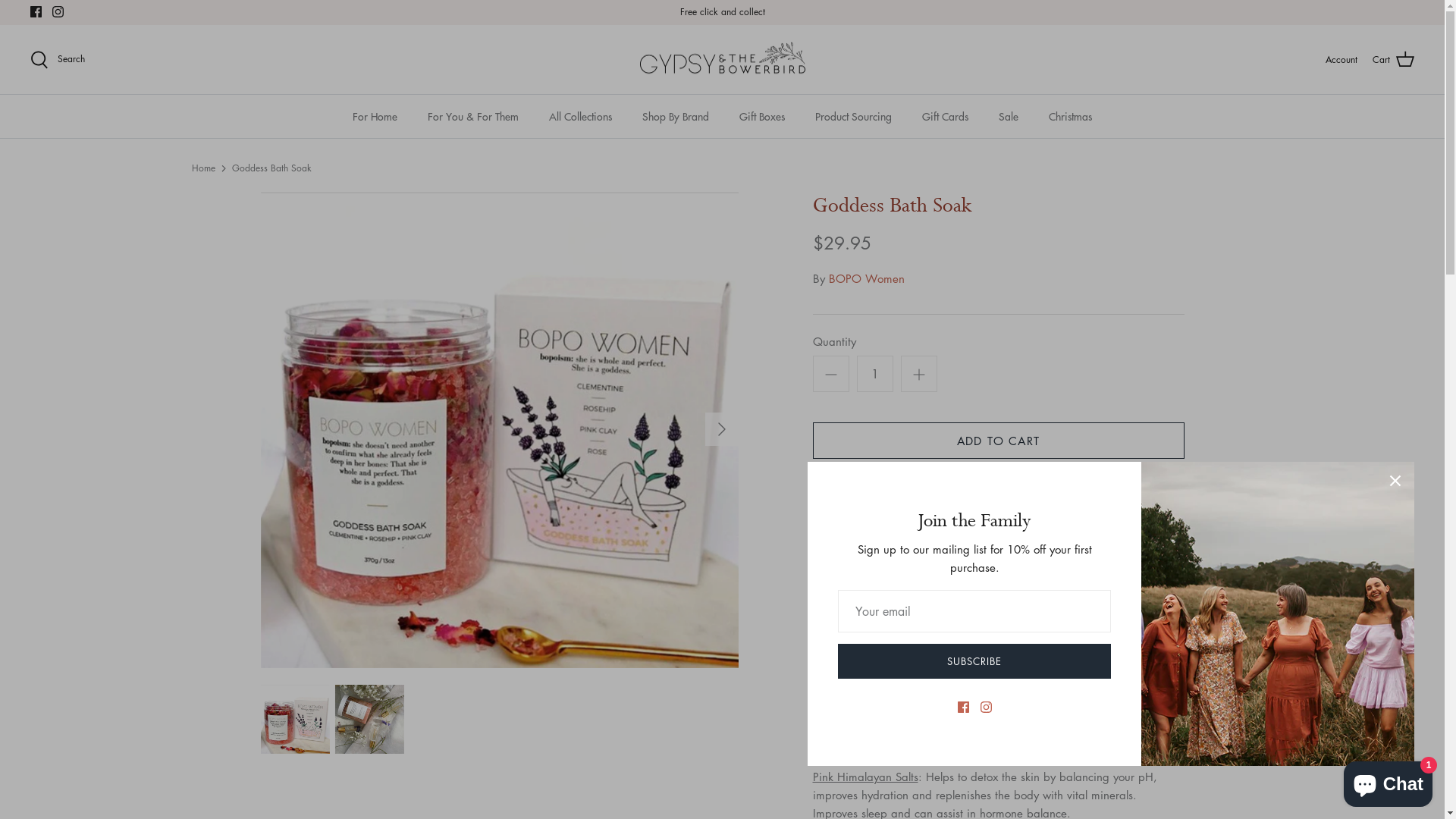 This screenshot has height=819, width=1456. What do you see at coordinates (30, 58) in the screenshot?
I see `'Search'` at bounding box center [30, 58].